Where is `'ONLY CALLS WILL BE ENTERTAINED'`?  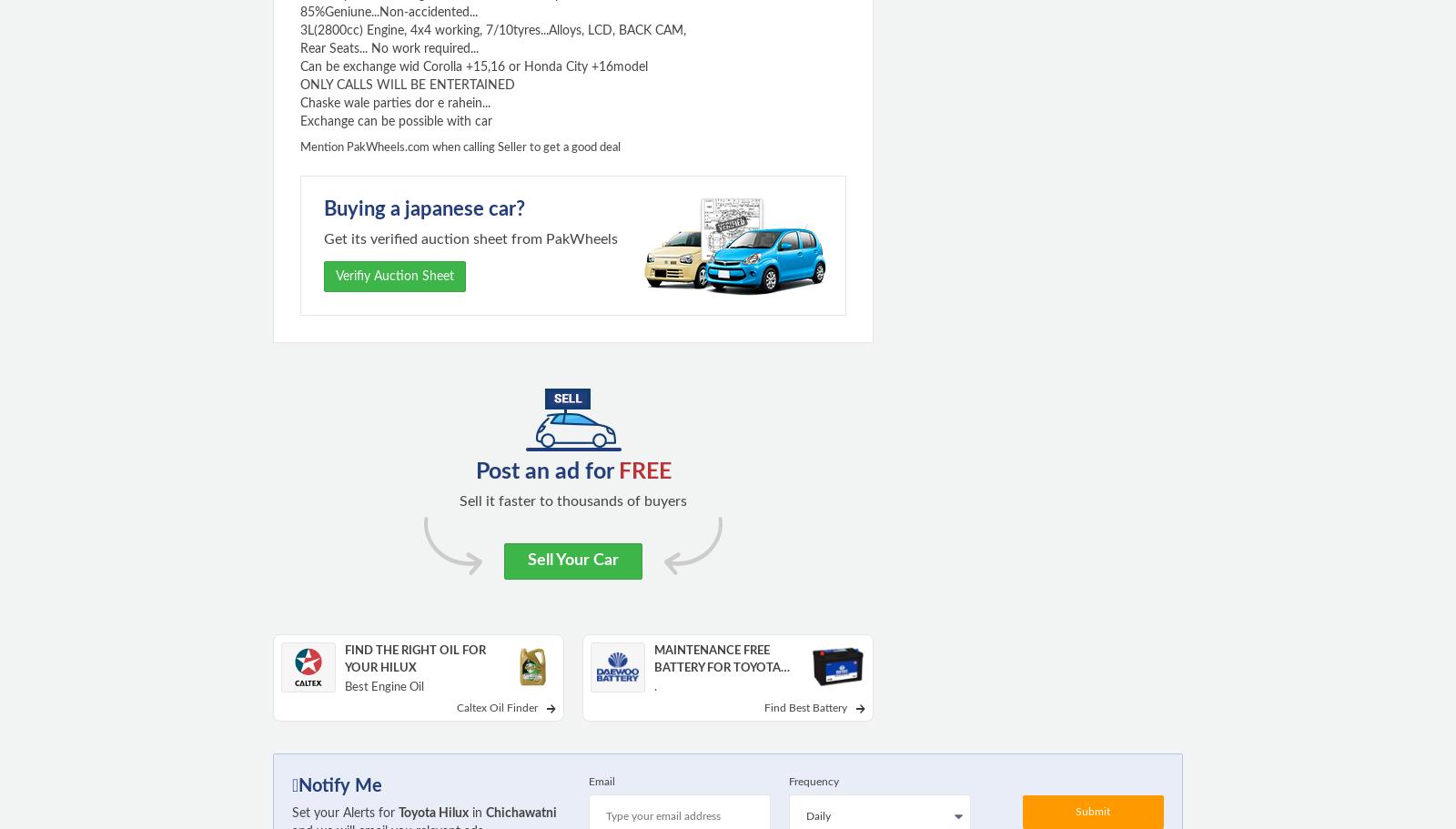
'ONLY CALLS WILL BE ENTERTAINED' is located at coordinates (407, 86).